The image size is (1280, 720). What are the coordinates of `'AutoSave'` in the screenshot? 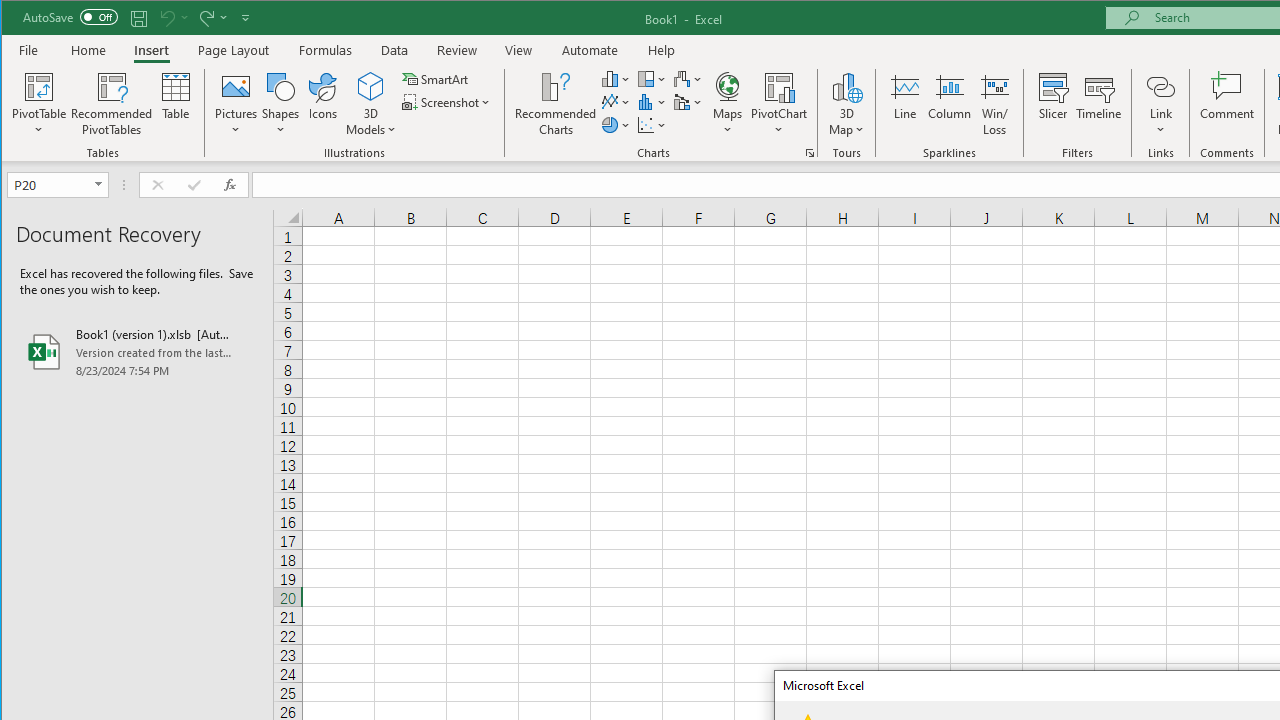 It's located at (70, 17).